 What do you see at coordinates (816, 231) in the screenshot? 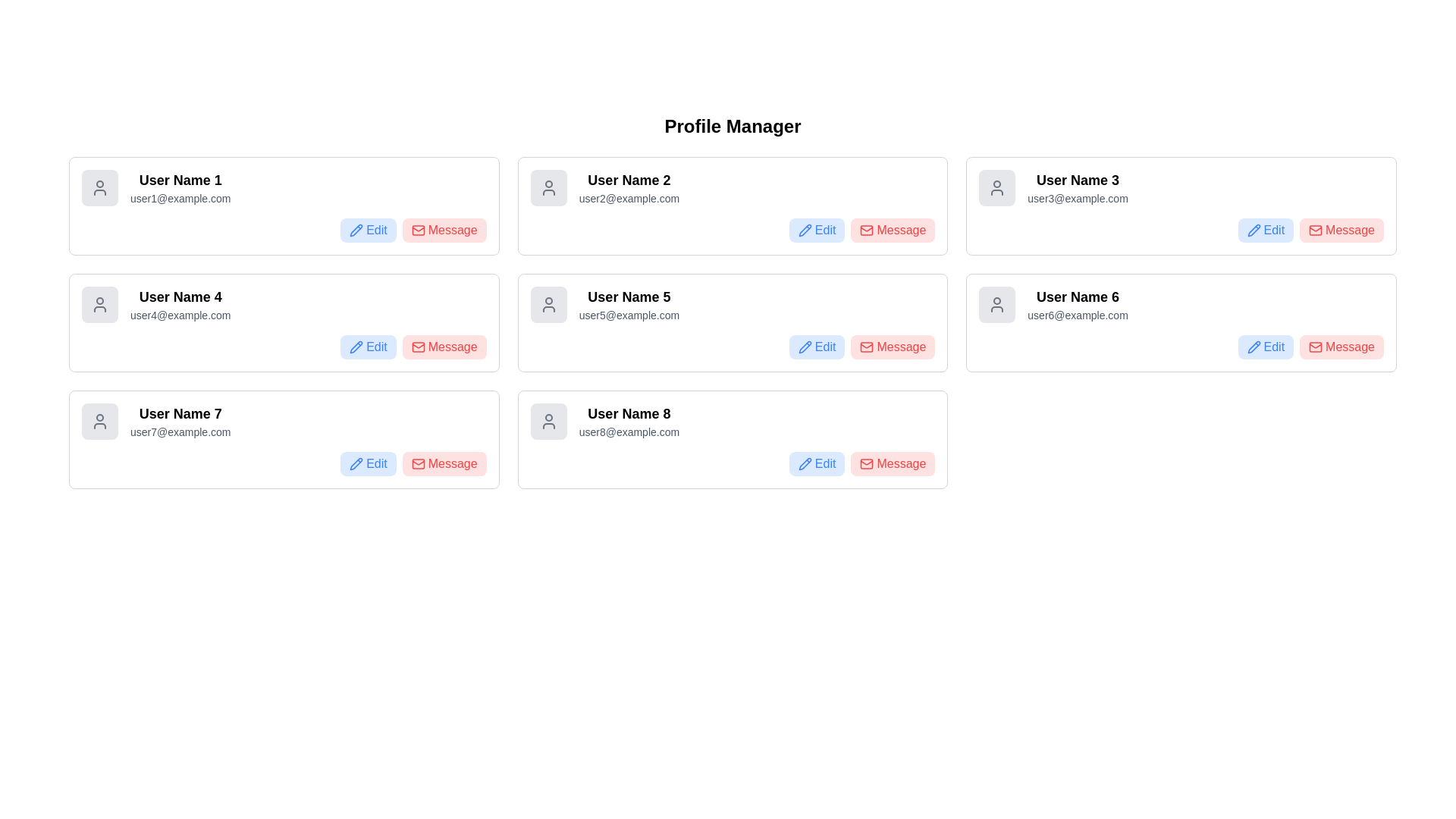
I see `the rounded rectangular 'Edit' button with a light blue background and blue text, located in the top-right corner of the 'User Name 2' card` at bounding box center [816, 231].